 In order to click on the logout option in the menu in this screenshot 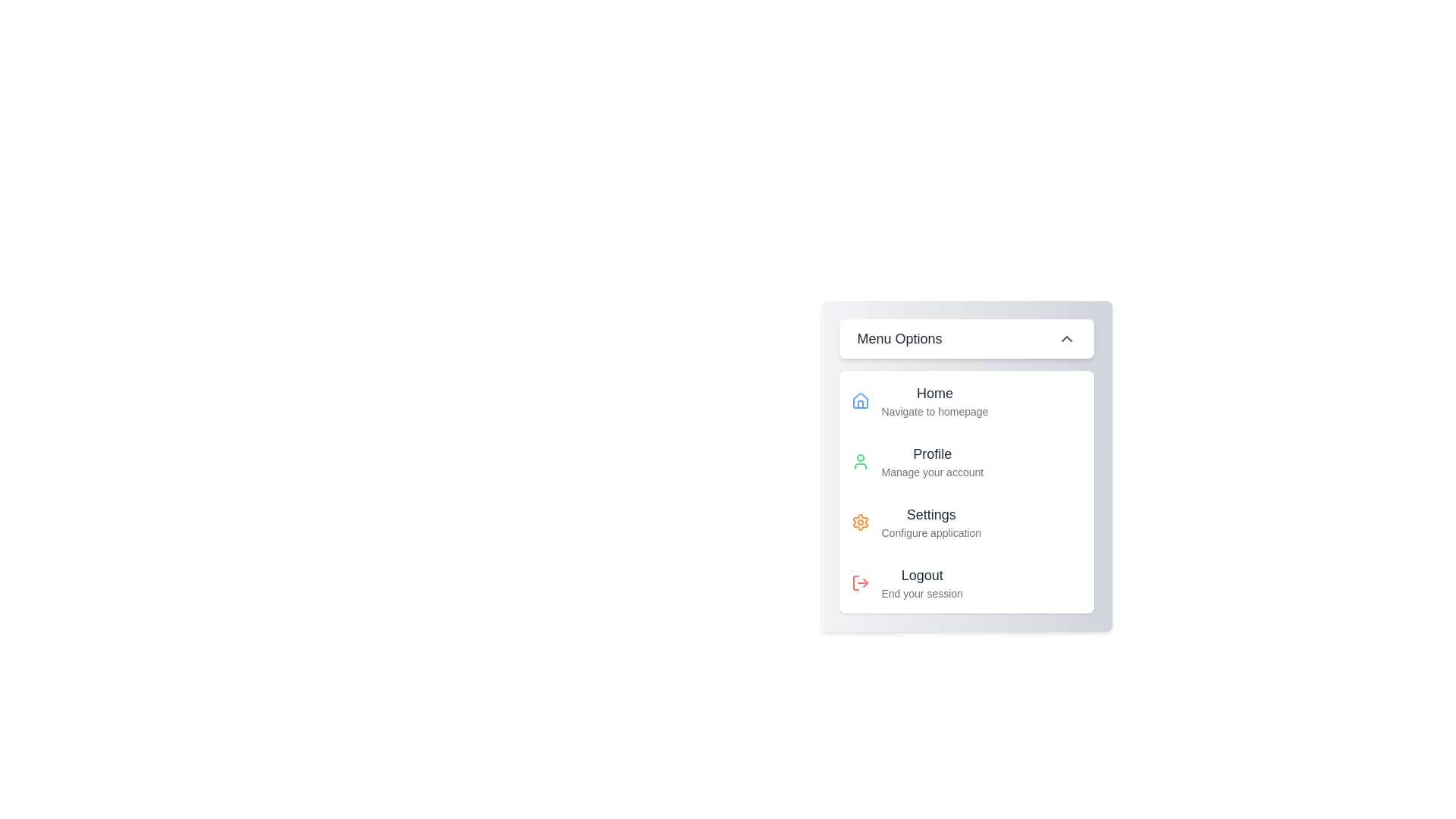, I will do `click(921, 582)`.